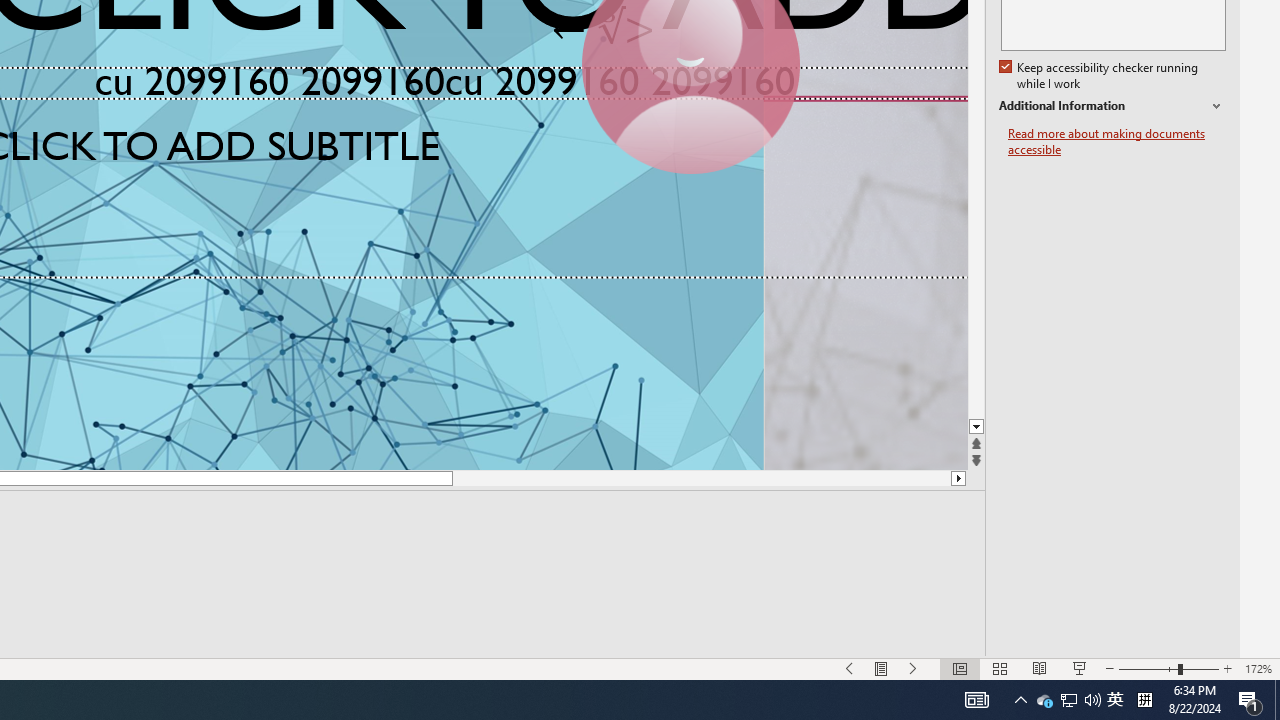 The width and height of the screenshot is (1280, 720). I want to click on 'Slide Show Next On', so click(913, 669).